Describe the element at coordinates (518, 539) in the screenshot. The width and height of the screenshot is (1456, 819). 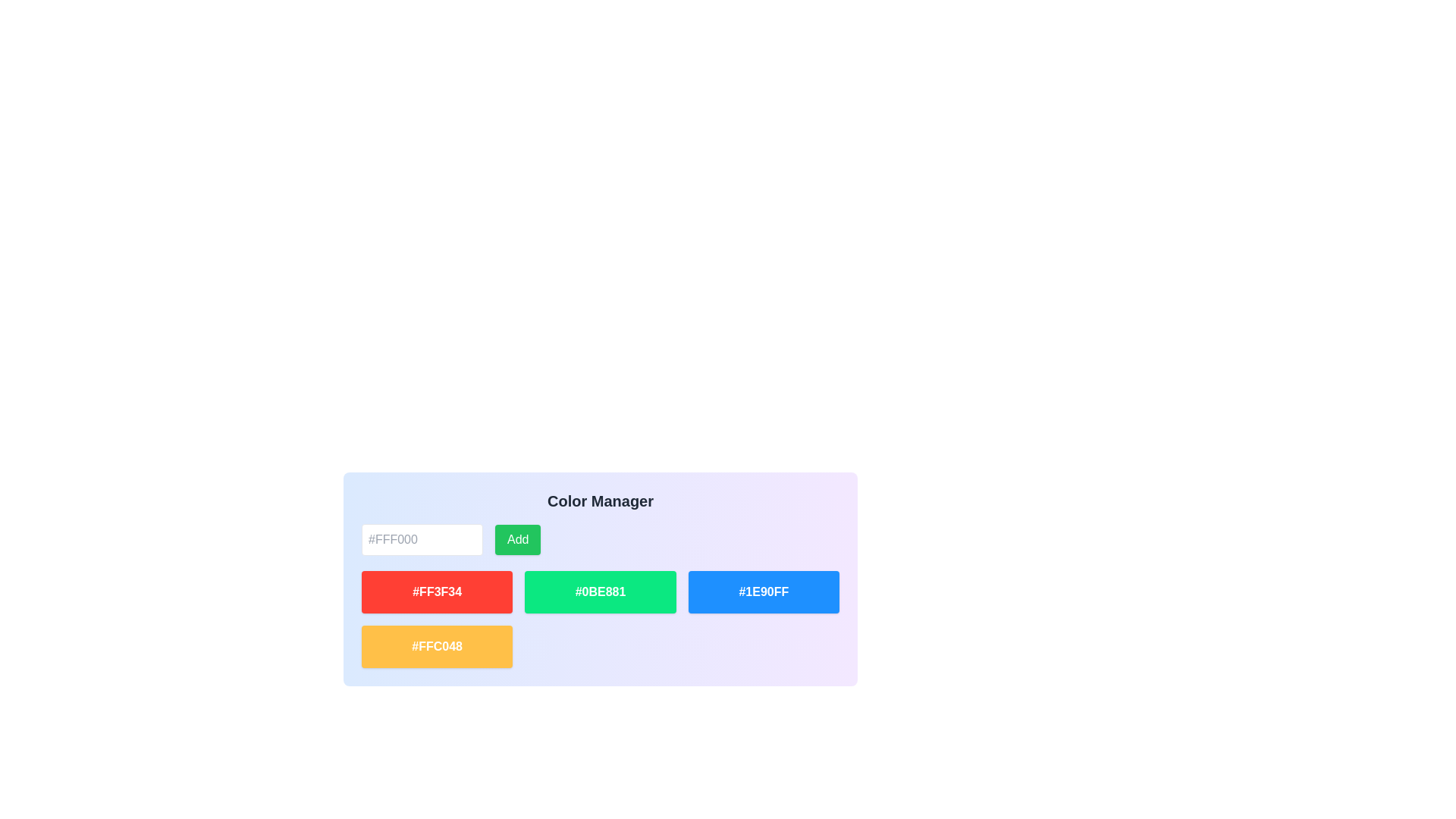
I see `the rectangular green button labeled 'Add'` at that location.